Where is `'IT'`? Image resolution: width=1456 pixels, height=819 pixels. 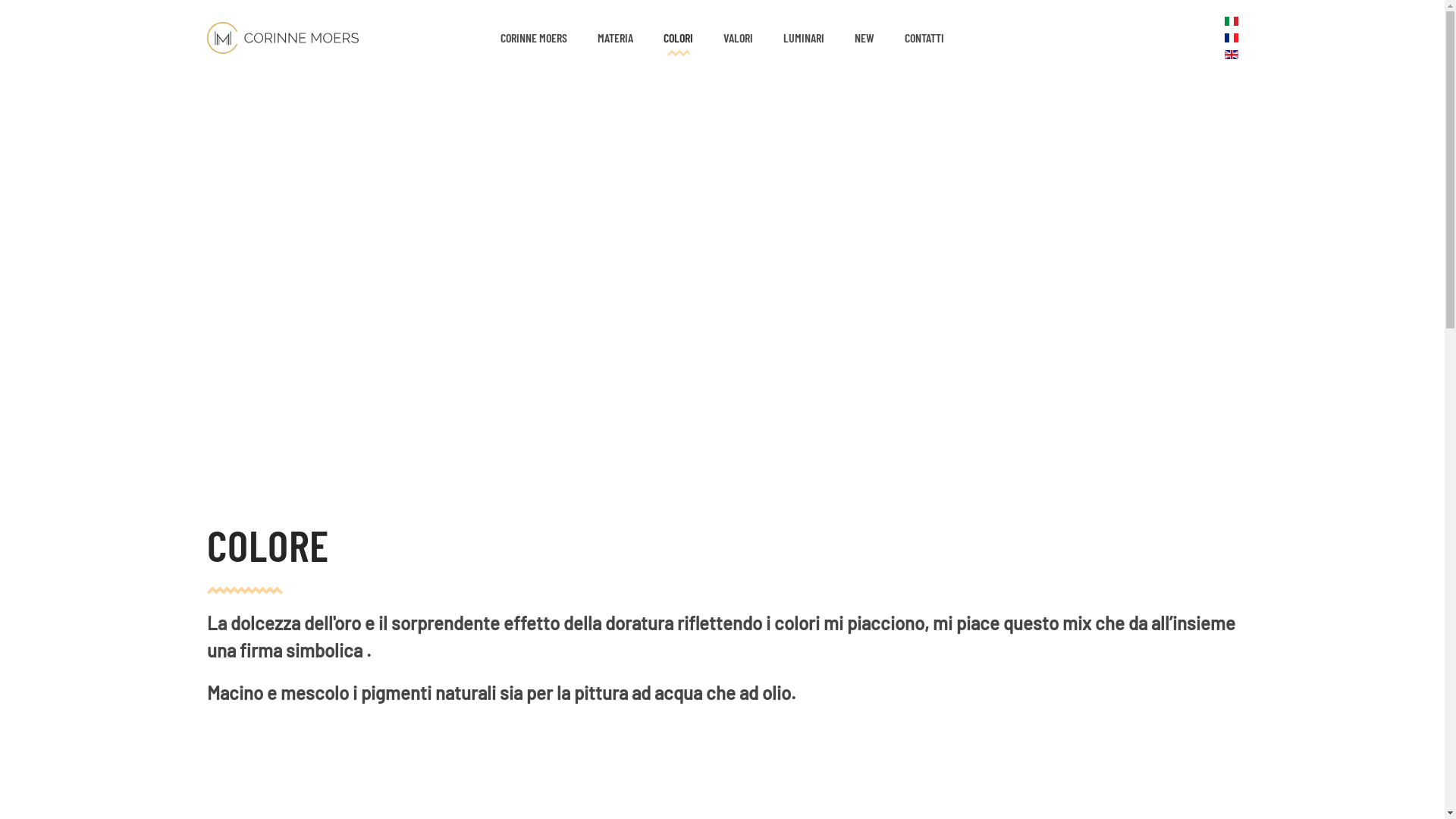 'IT' is located at coordinates (1230, 20).